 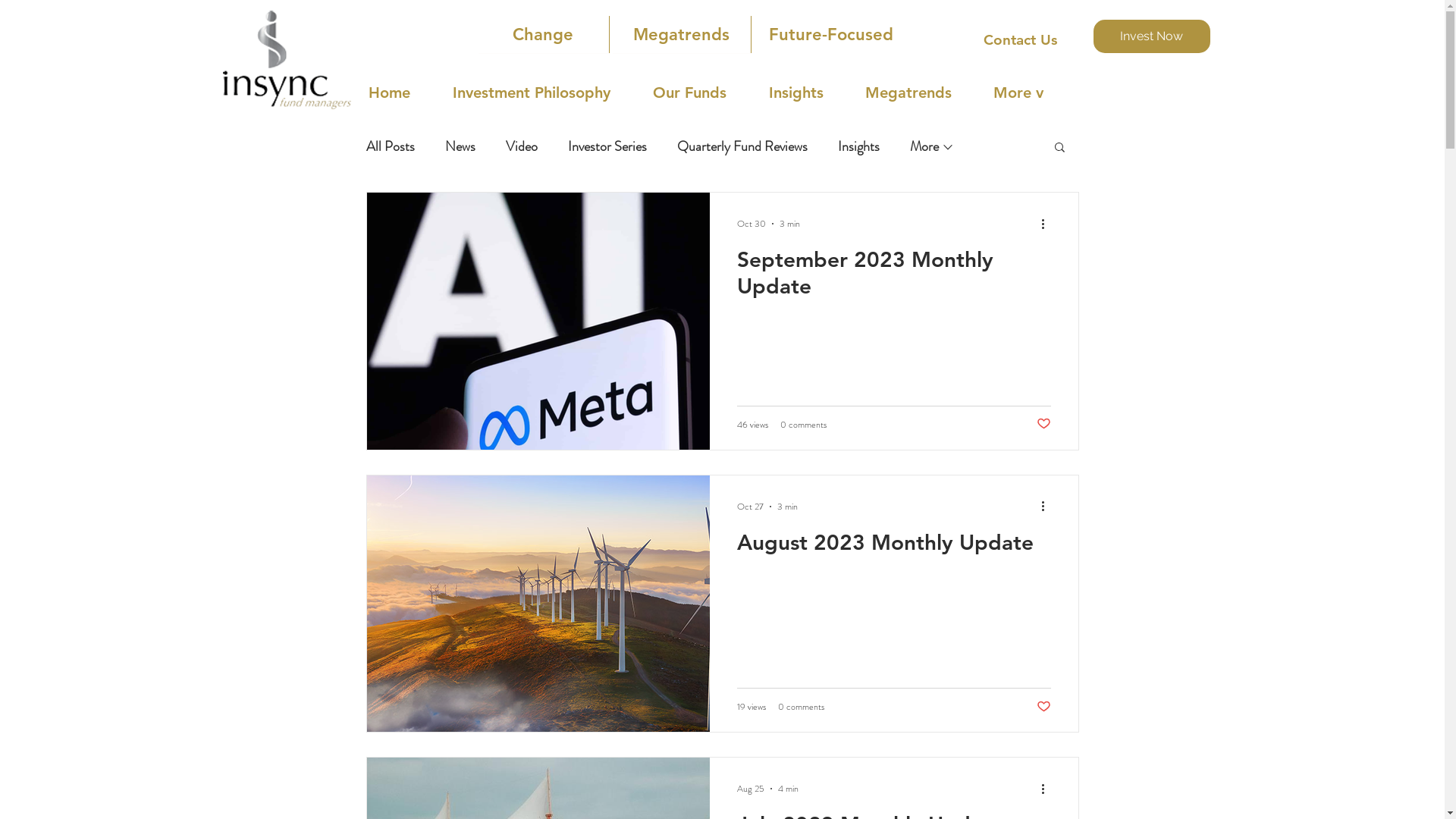 I want to click on 'Post not marked as liked', so click(x=1042, y=707).